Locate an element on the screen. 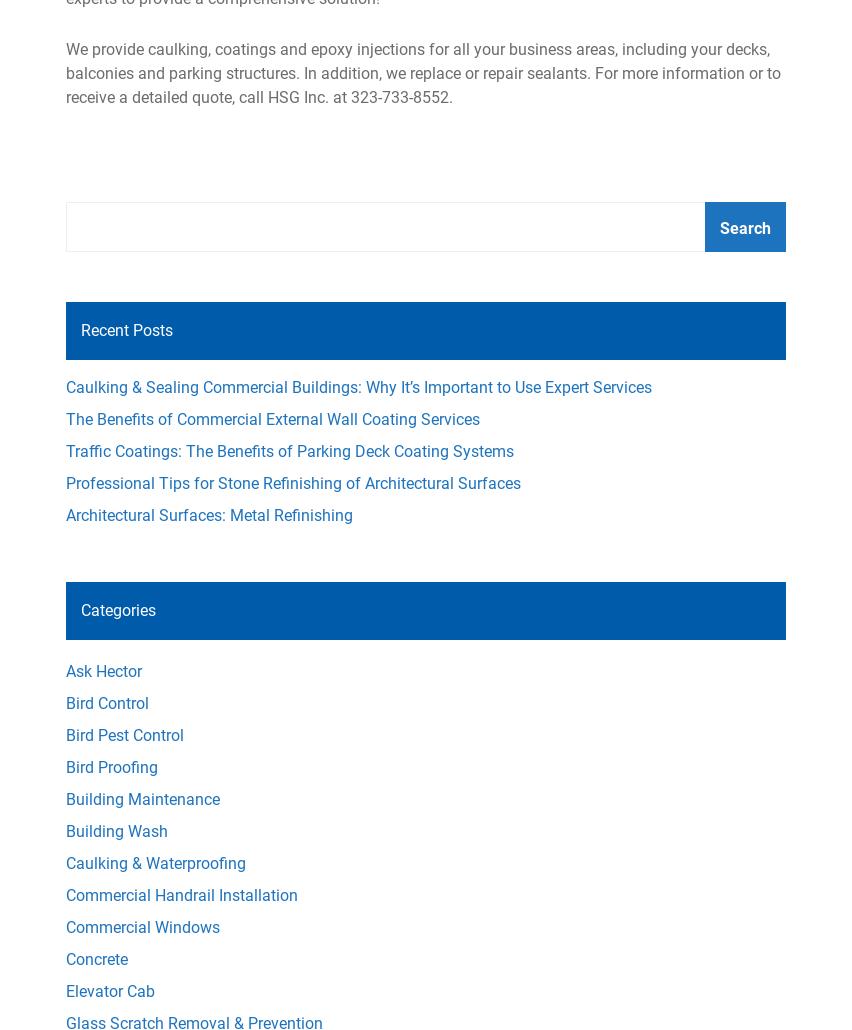  'provide' is located at coordinates (91, 48).